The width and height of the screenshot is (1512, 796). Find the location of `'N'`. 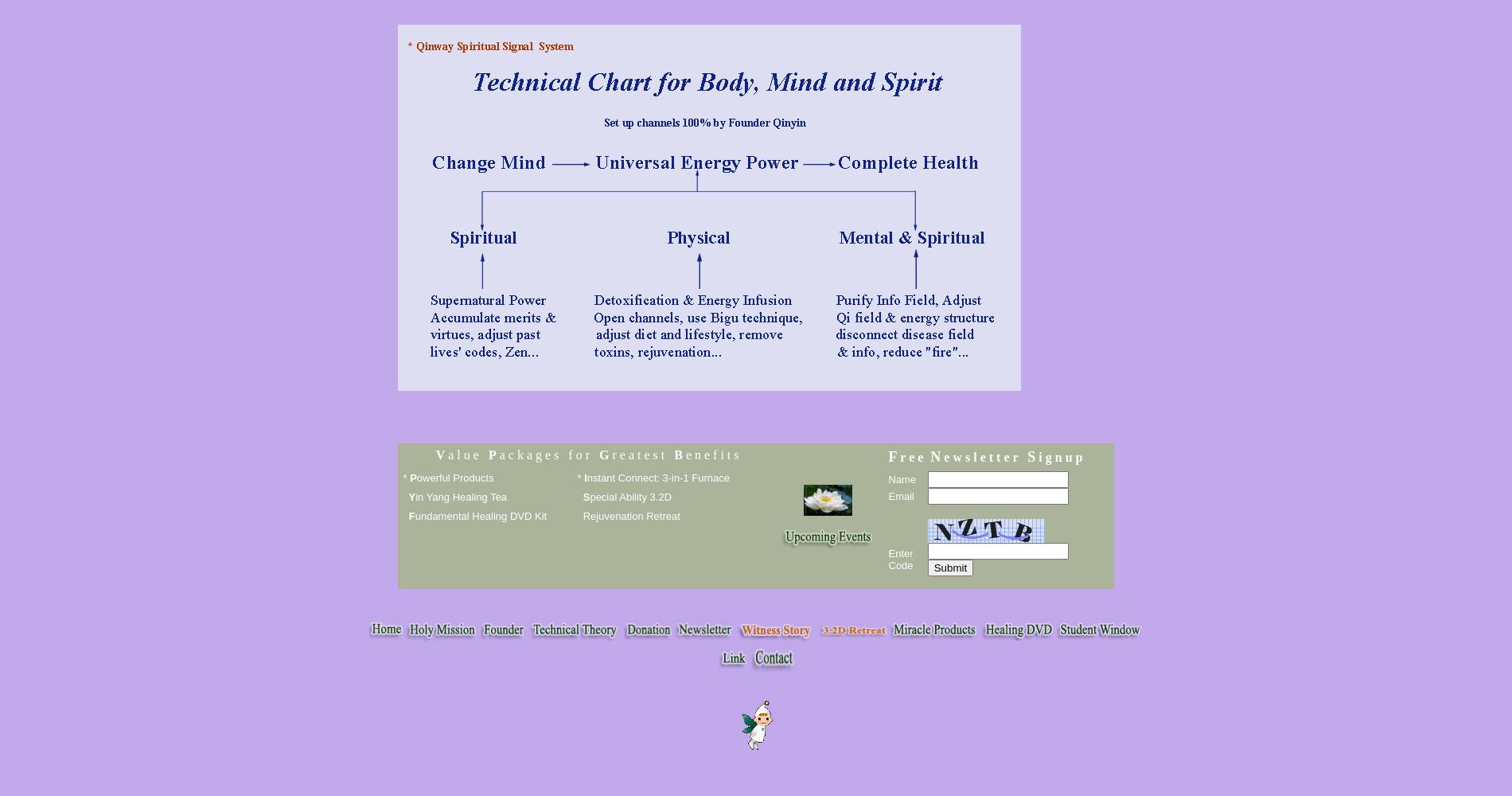

'N' is located at coordinates (931, 456).